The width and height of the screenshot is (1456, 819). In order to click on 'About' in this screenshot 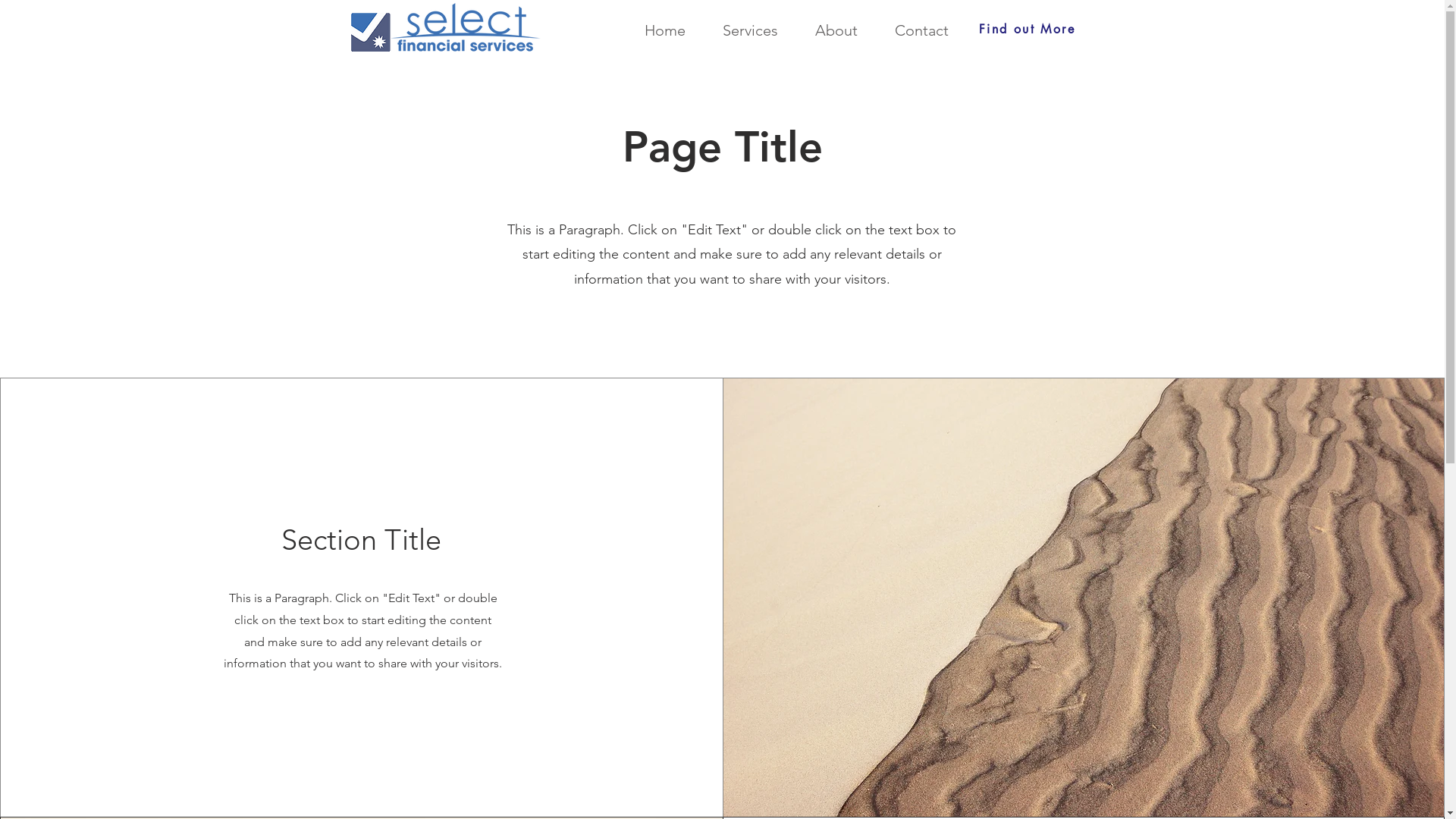, I will do `click(827, 30)`.